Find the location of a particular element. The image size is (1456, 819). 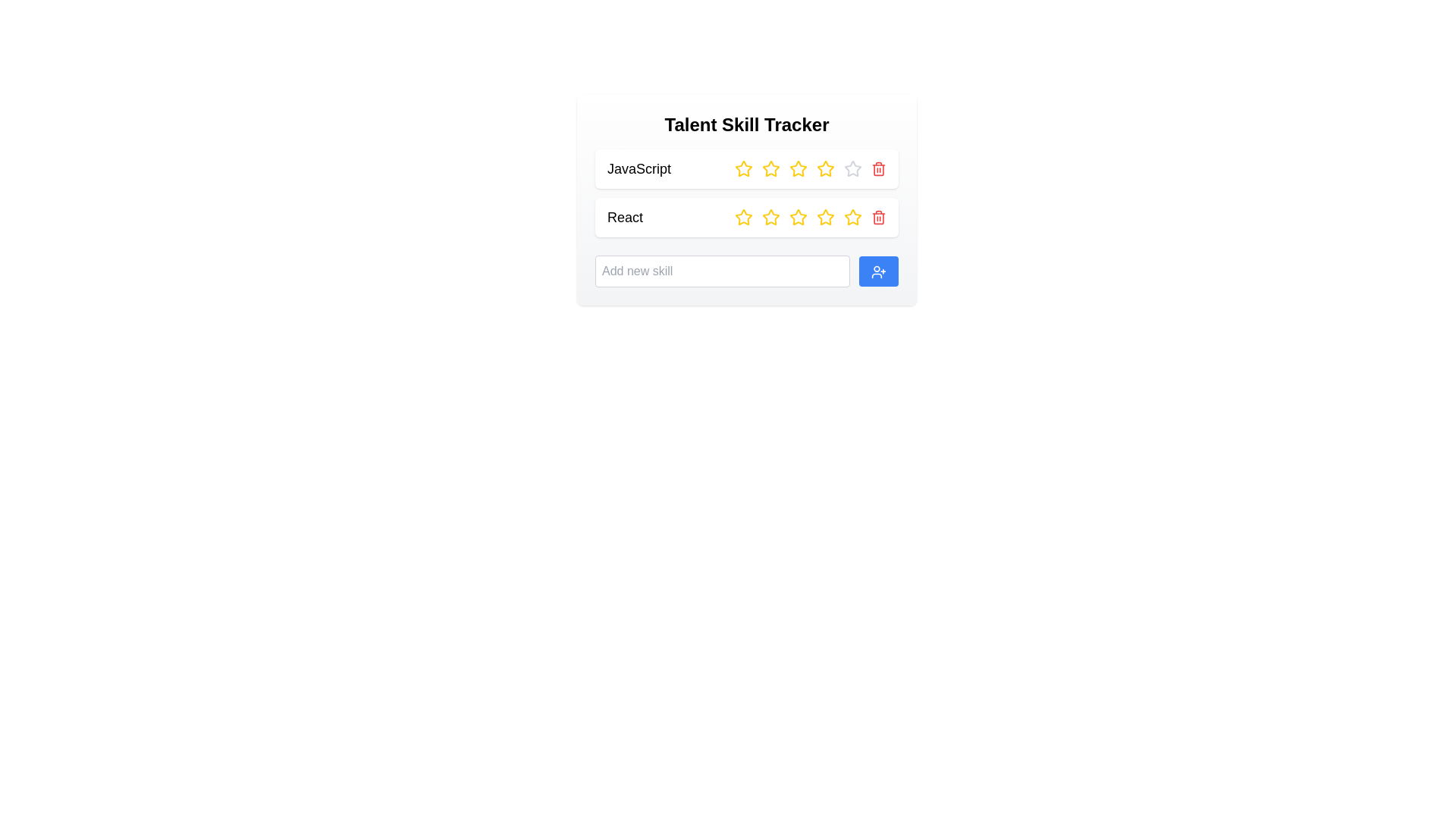

the Icon button located at the bottom-right corner of the button beneath the 'React' skill and the 'Add new skill' input field is located at coordinates (878, 271).